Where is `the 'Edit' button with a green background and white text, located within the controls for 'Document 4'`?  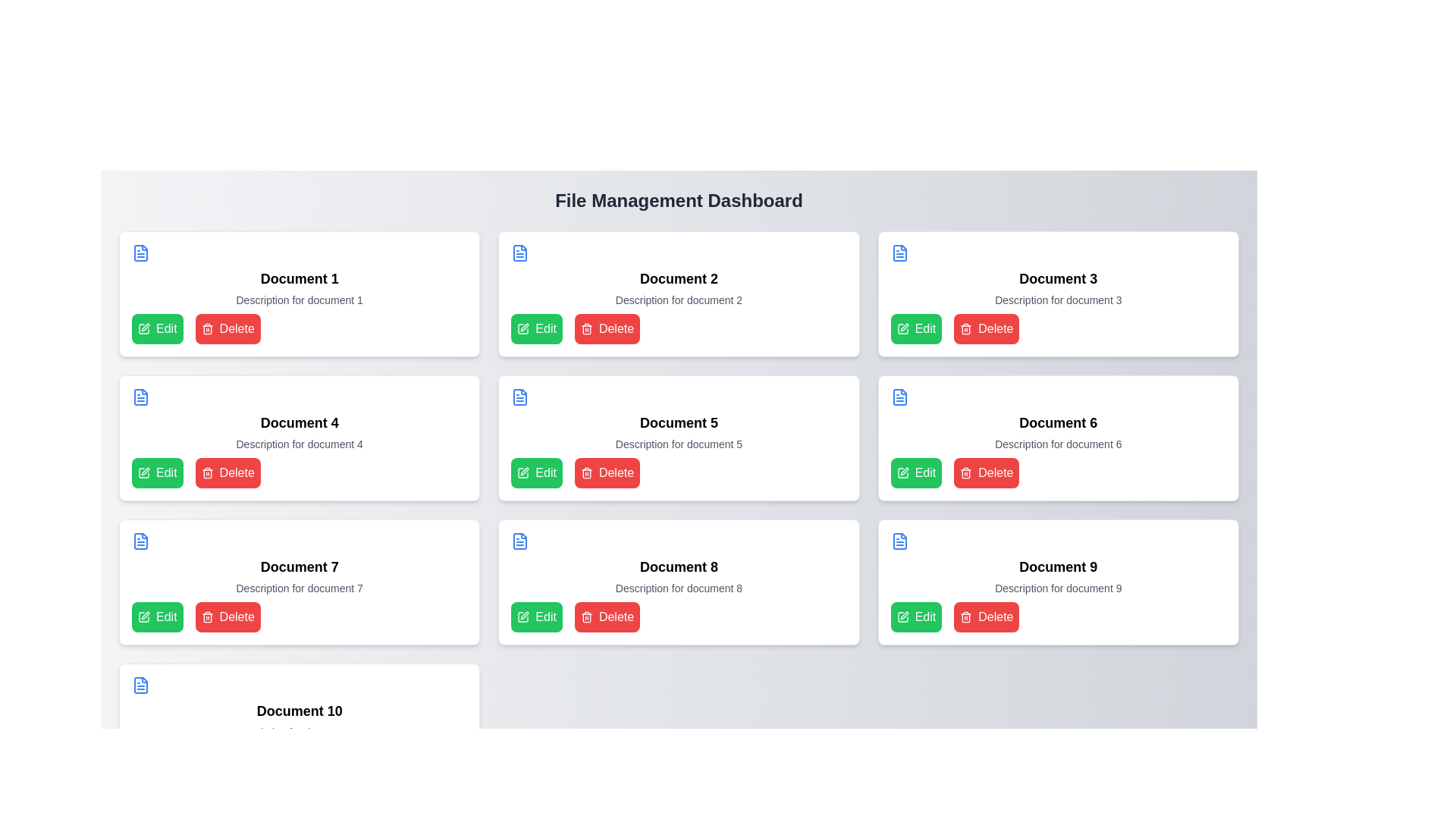 the 'Edit' button with a green background and white text, located within the controls for 'Document 4' is located at coordinates (157, 472).